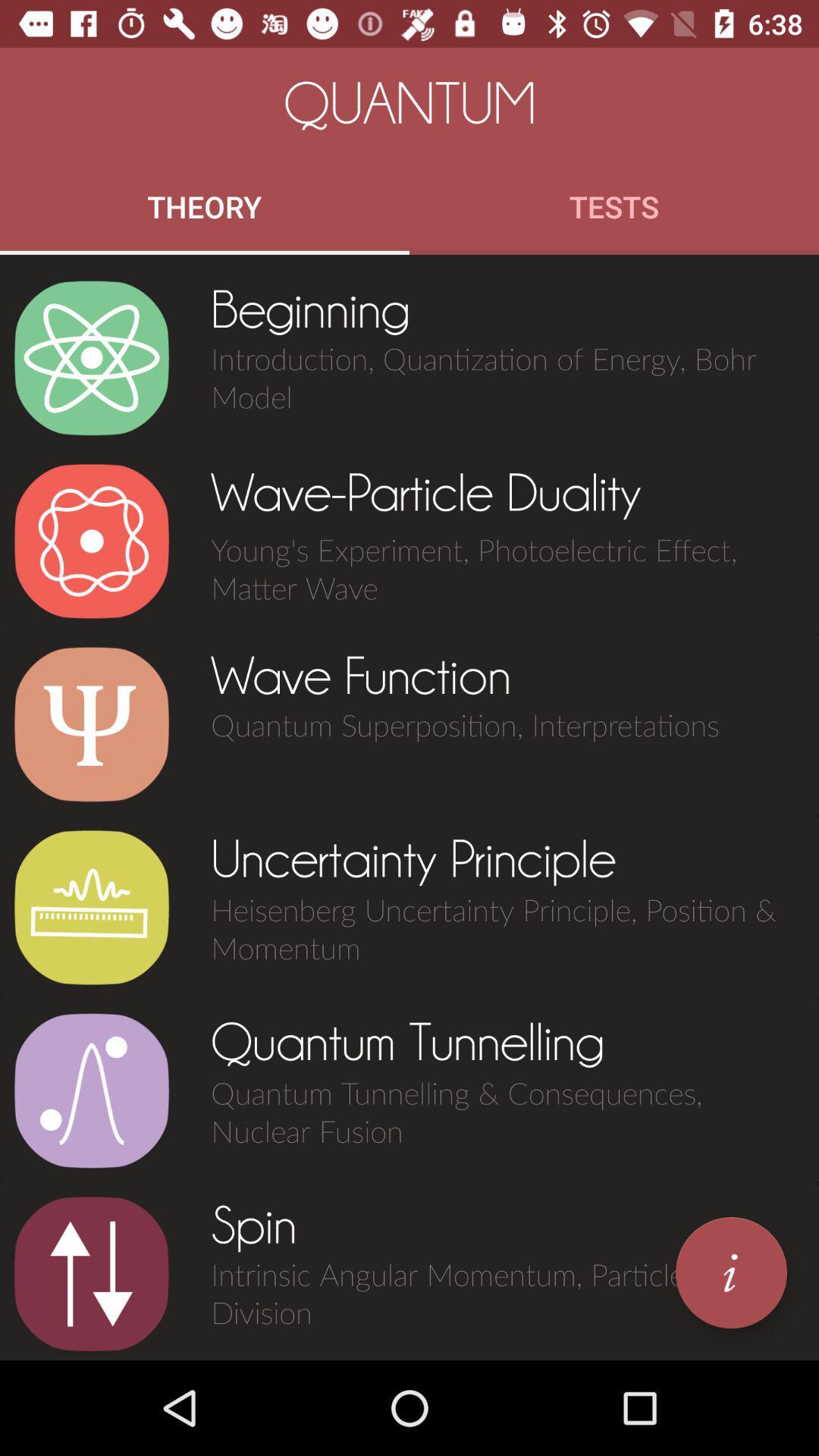 This screenshot has width=819, height=1456. Describe the element at coordinates (91, 1090) in the screenshot. I see `get information on quantum tunnelling` at that location.